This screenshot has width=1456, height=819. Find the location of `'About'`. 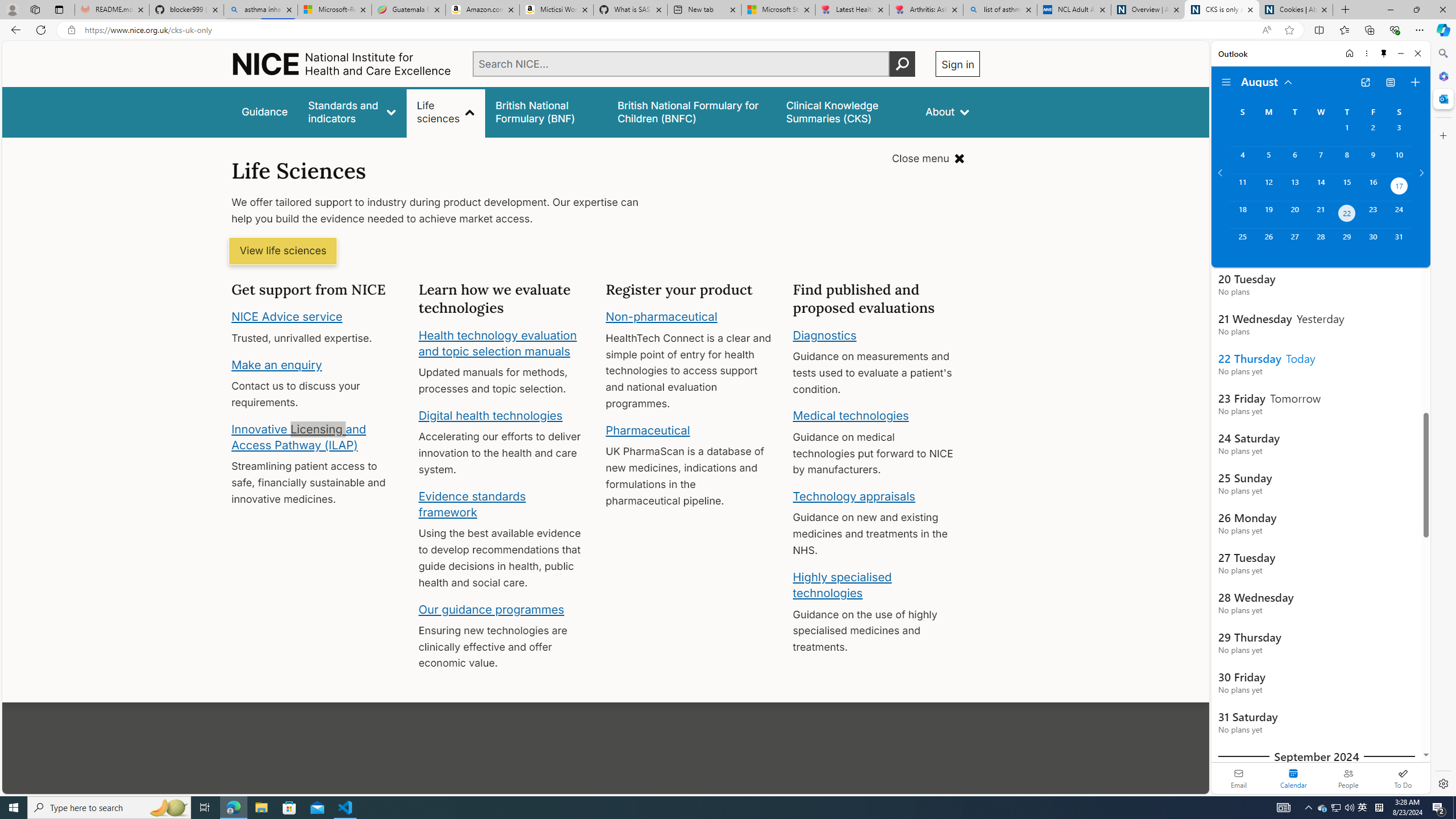

'About' is located at coordinates (948, 111).